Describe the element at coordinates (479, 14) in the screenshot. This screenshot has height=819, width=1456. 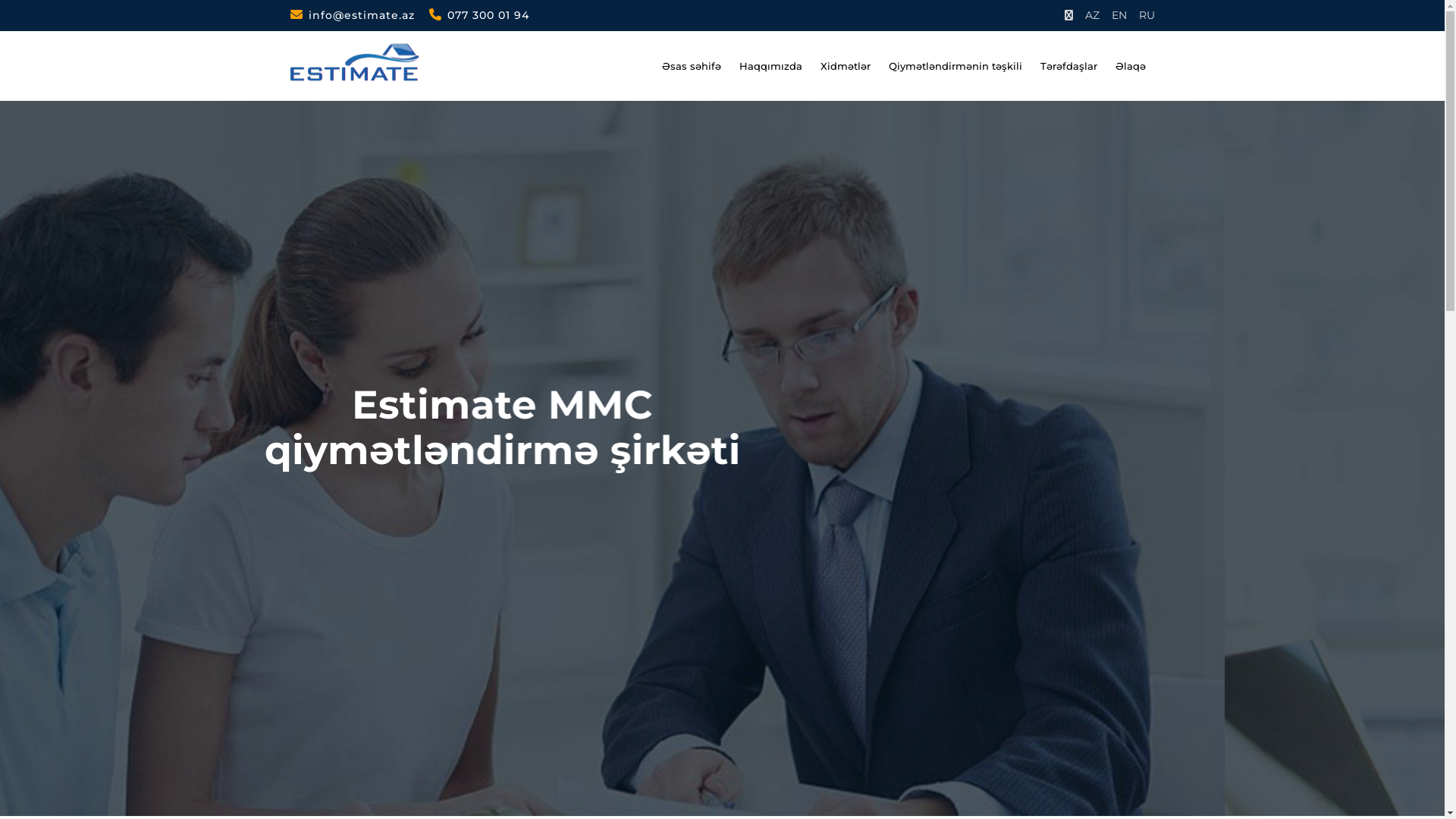
I see `'077 300 01 94'` at that location.